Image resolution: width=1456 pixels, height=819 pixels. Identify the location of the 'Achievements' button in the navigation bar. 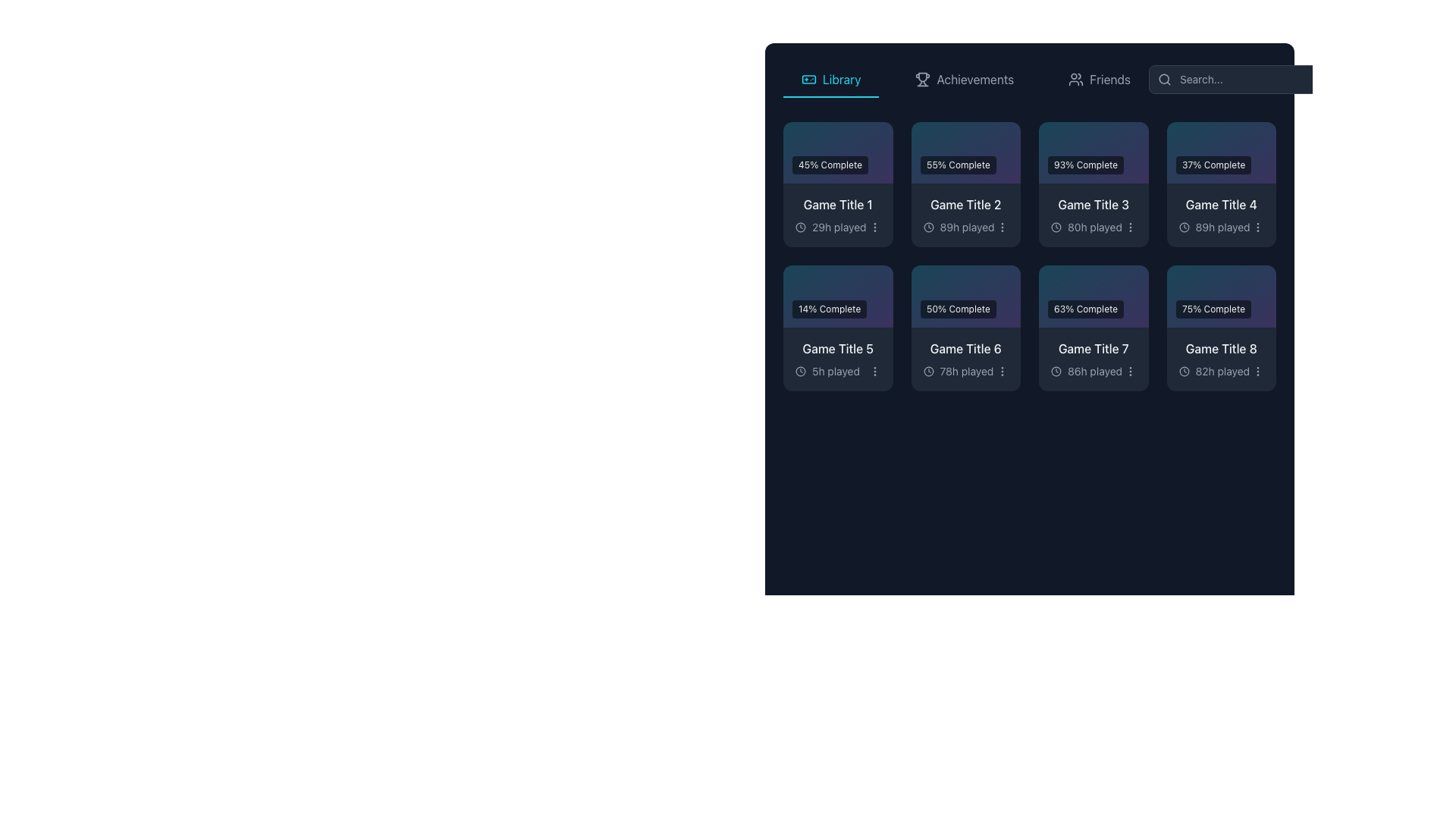
(1030, 79).